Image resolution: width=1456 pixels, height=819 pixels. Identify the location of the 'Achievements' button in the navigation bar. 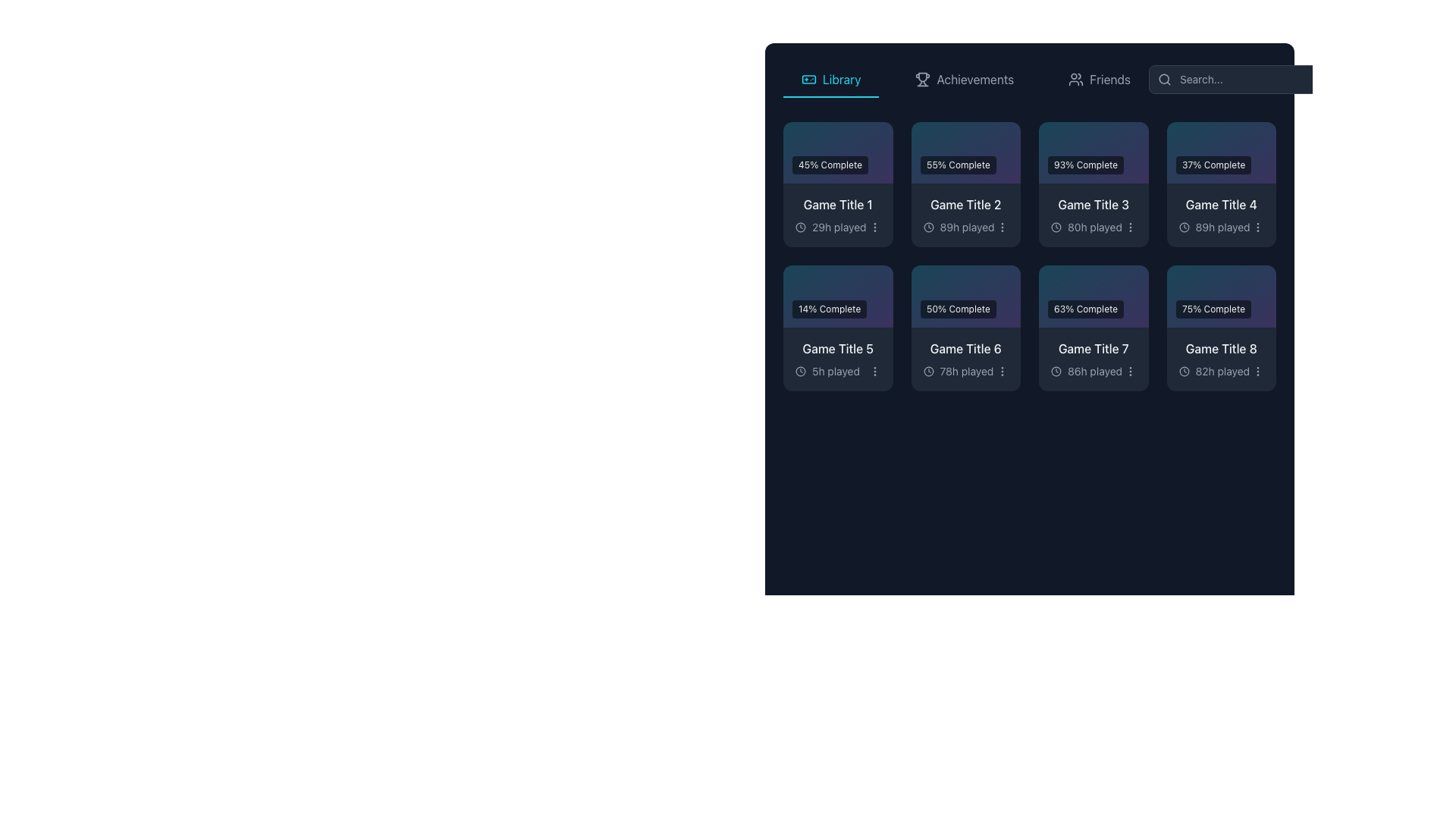
(1030, 79).